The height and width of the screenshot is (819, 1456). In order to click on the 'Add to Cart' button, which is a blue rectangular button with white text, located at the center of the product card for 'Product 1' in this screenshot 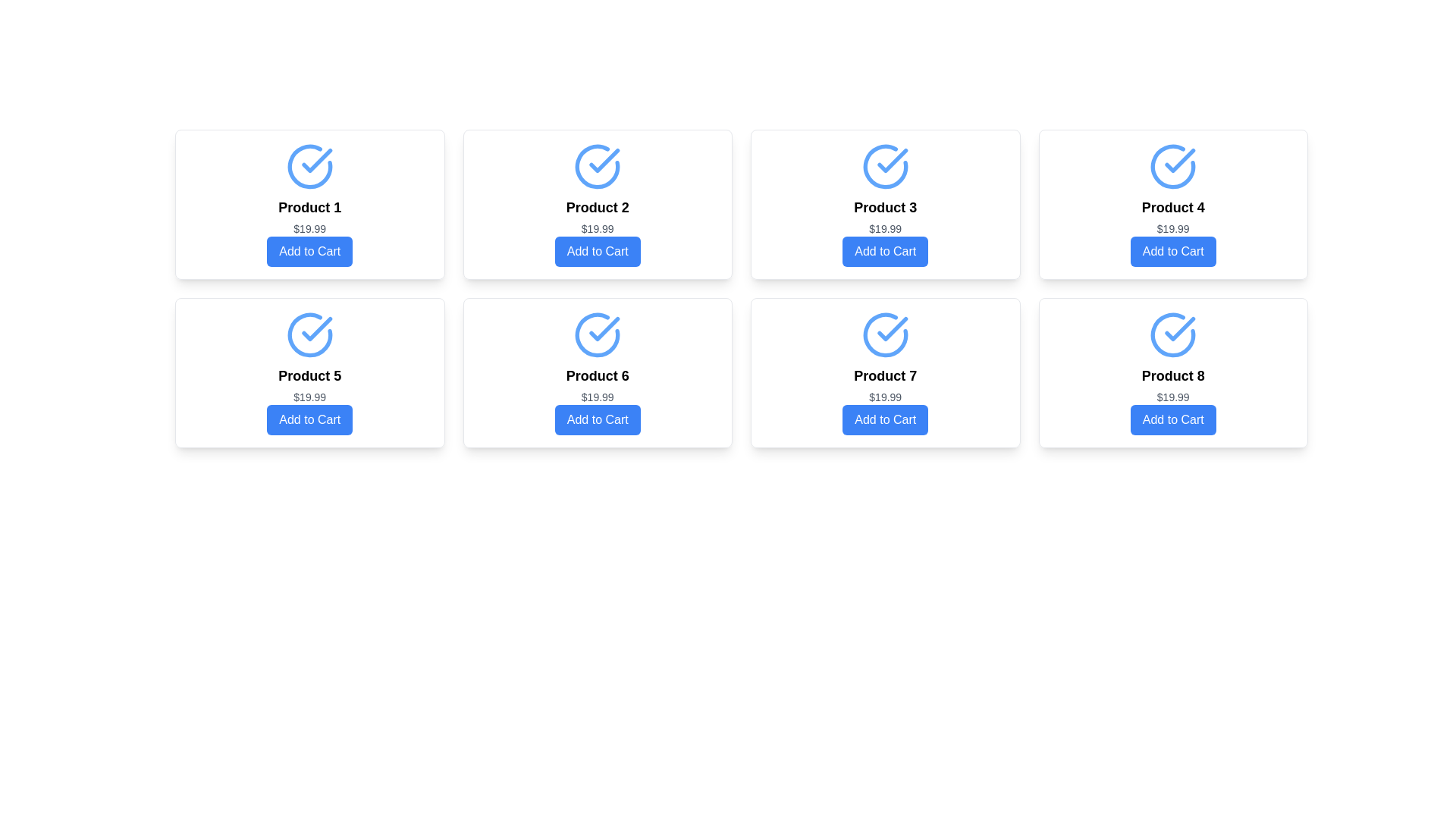, I will do `click(309, 250)`.